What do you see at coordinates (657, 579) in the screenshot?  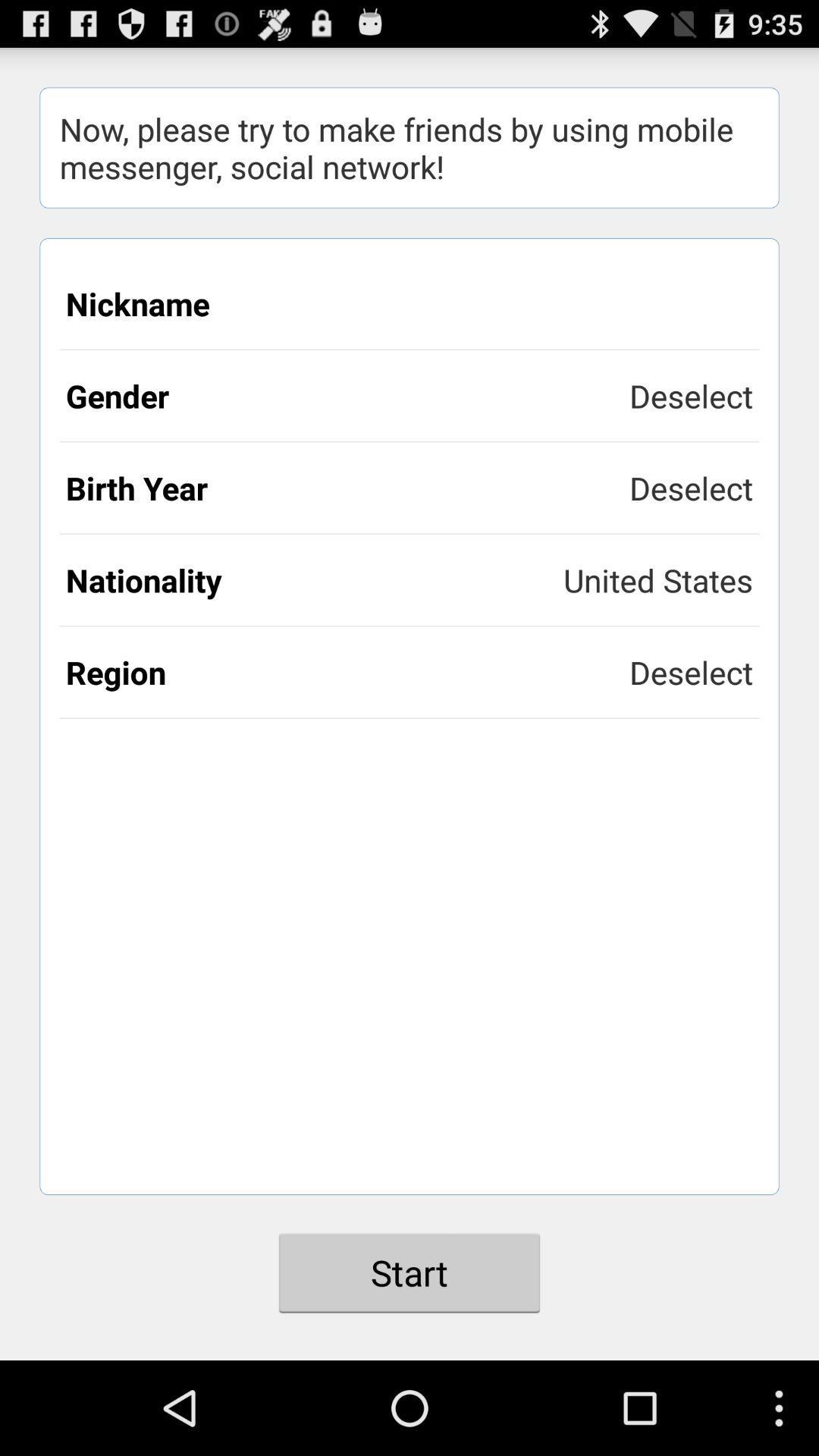 I see `icon to the right of the nationality icon` at bounding box center [657, 579].